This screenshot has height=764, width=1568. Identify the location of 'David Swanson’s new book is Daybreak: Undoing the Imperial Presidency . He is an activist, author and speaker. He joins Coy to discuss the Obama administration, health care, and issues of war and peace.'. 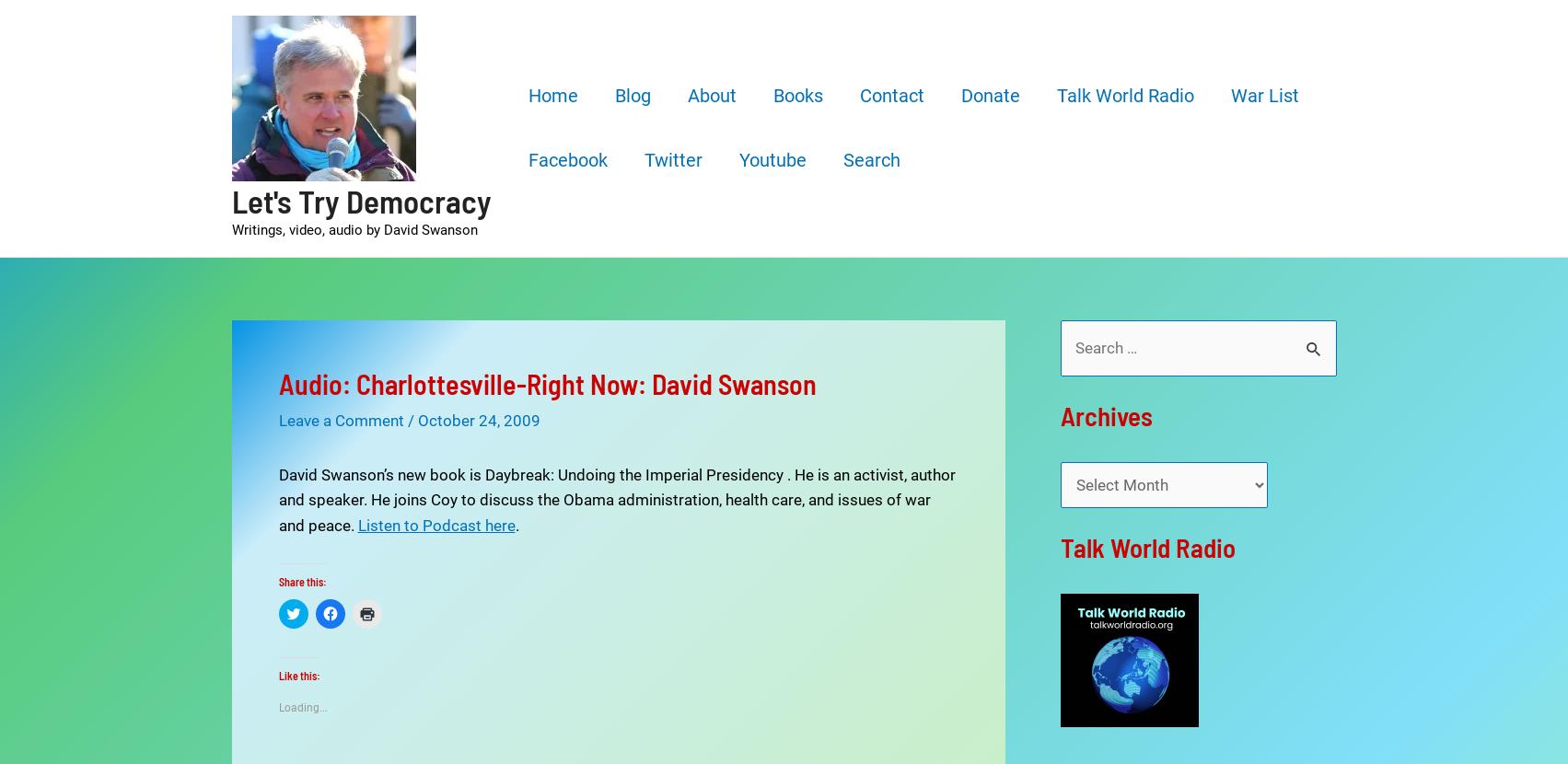
(615, 498).